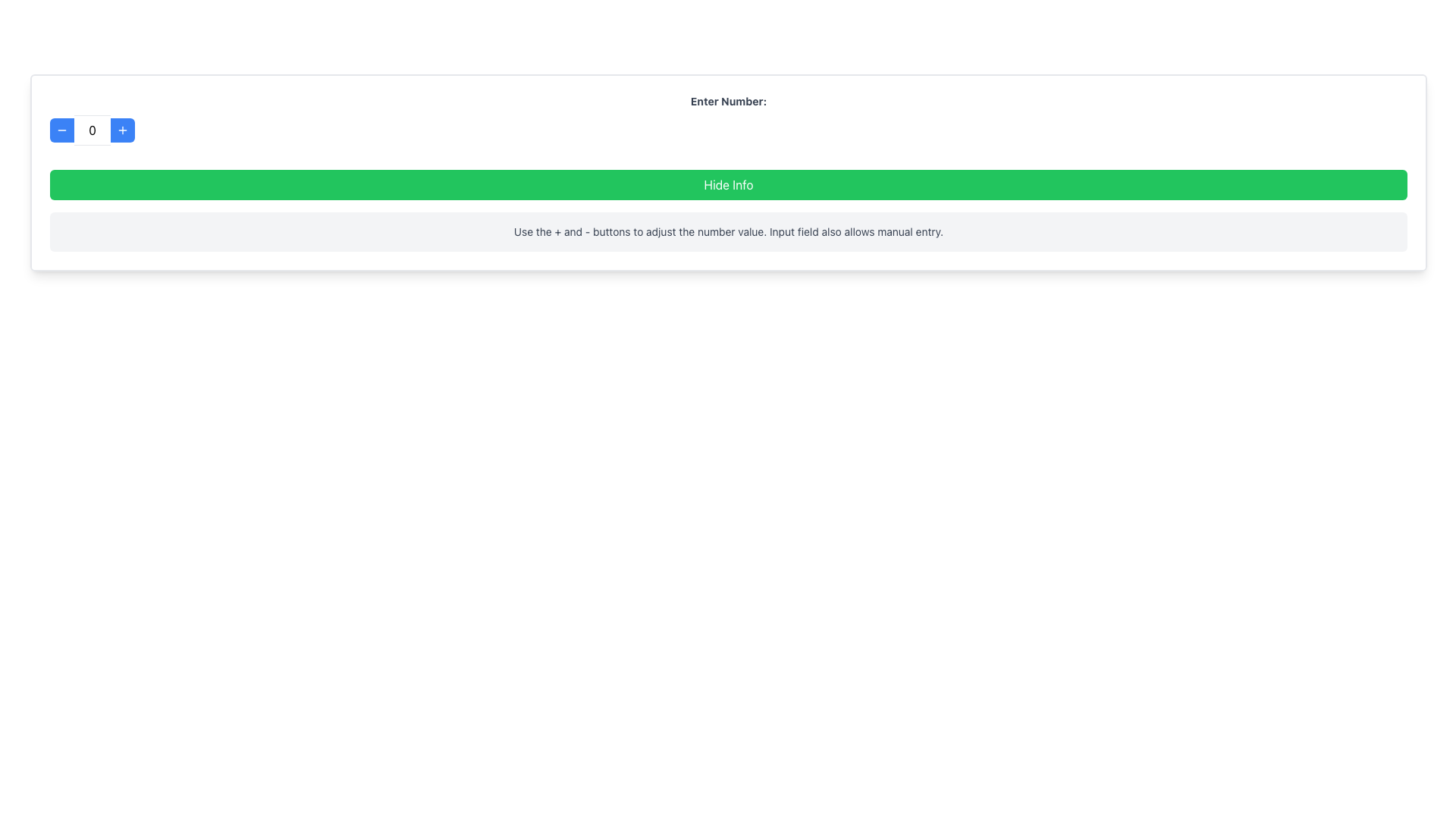 This screenshot has width=1456, height=819. Describe the element at coordinates (61, 130) in the screenshot. I see `the horizontal line icon located within the blue button on the left side of the counter interface` at that location.